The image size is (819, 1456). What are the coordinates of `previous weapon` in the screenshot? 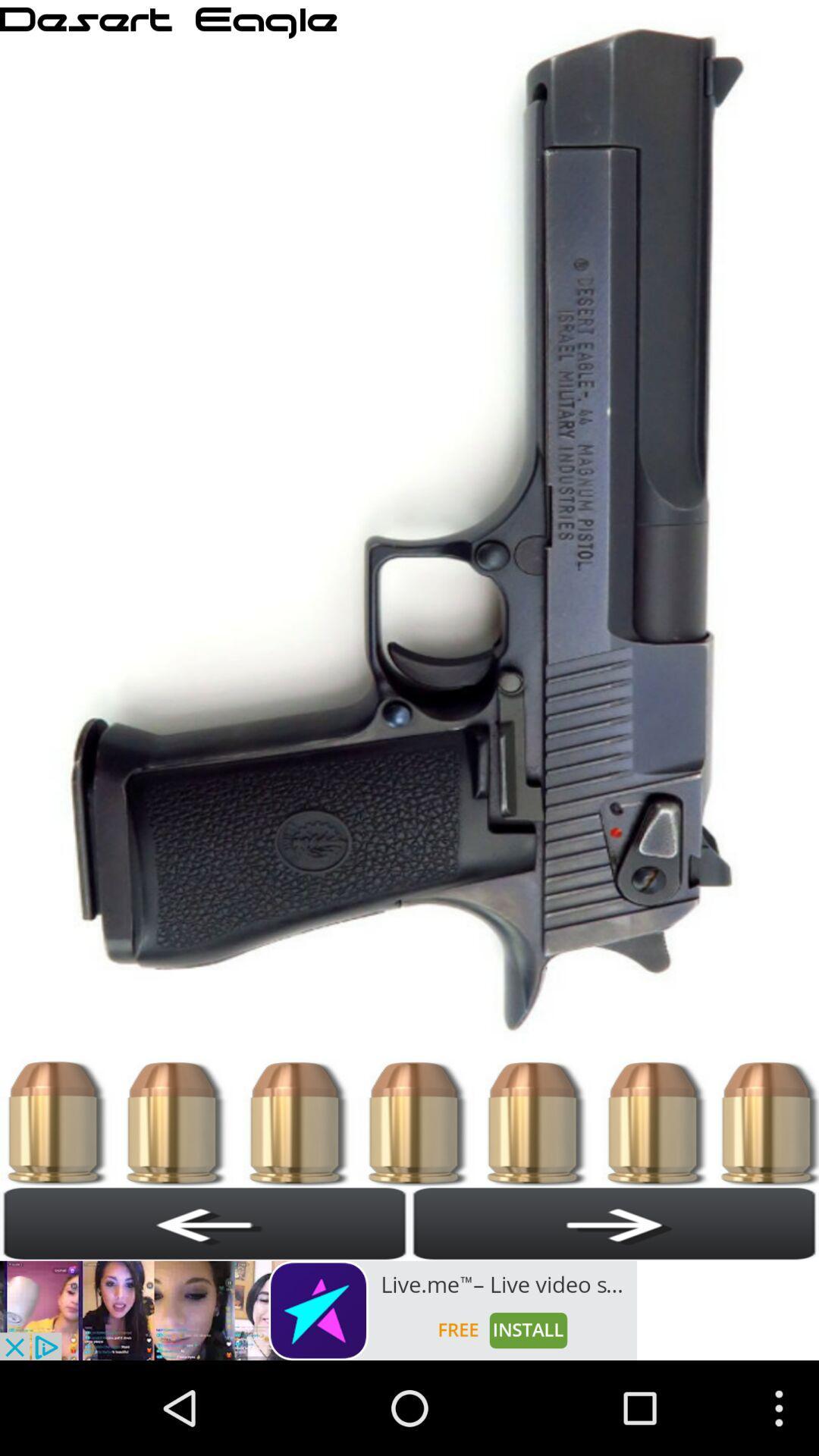 It's located at (205, 1223).